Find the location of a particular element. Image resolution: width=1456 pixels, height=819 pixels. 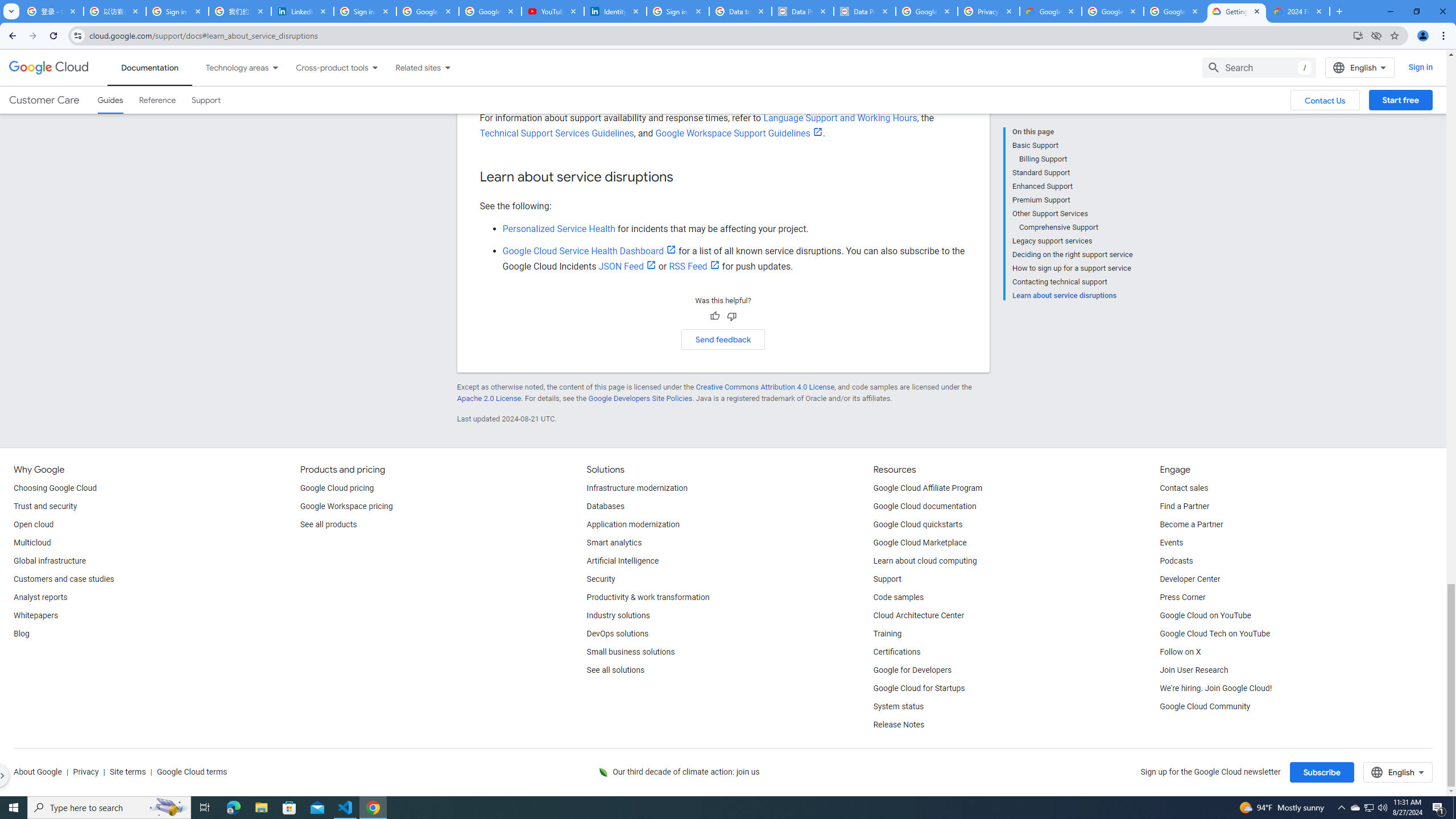

'Technical Support Services Guidelines' is located at coordinates (556, 133).